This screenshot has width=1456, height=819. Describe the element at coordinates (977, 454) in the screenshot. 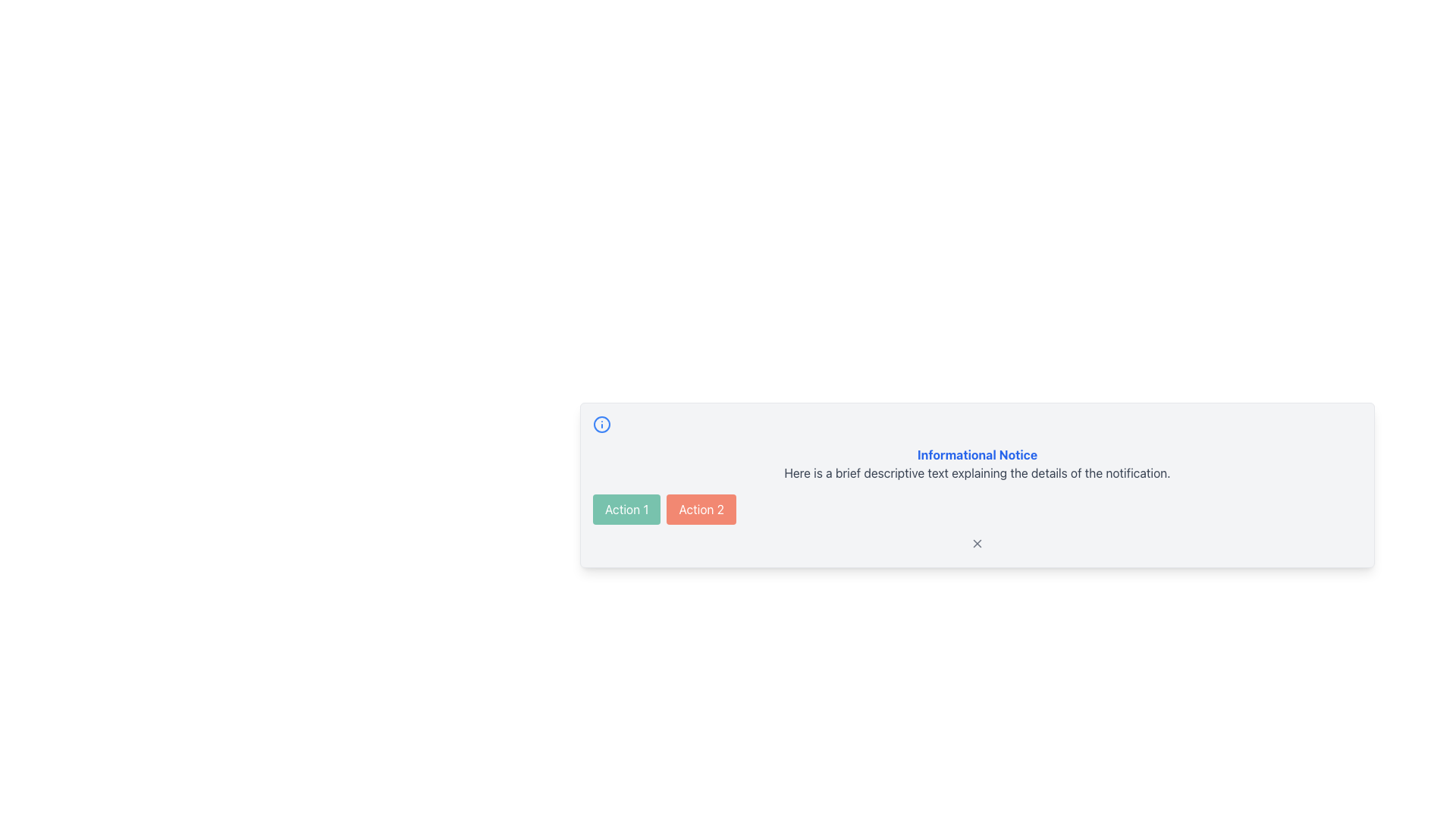

I see `the Text Header element that serves as the title of a notification or informational section, located above the descriptive text` at that location.